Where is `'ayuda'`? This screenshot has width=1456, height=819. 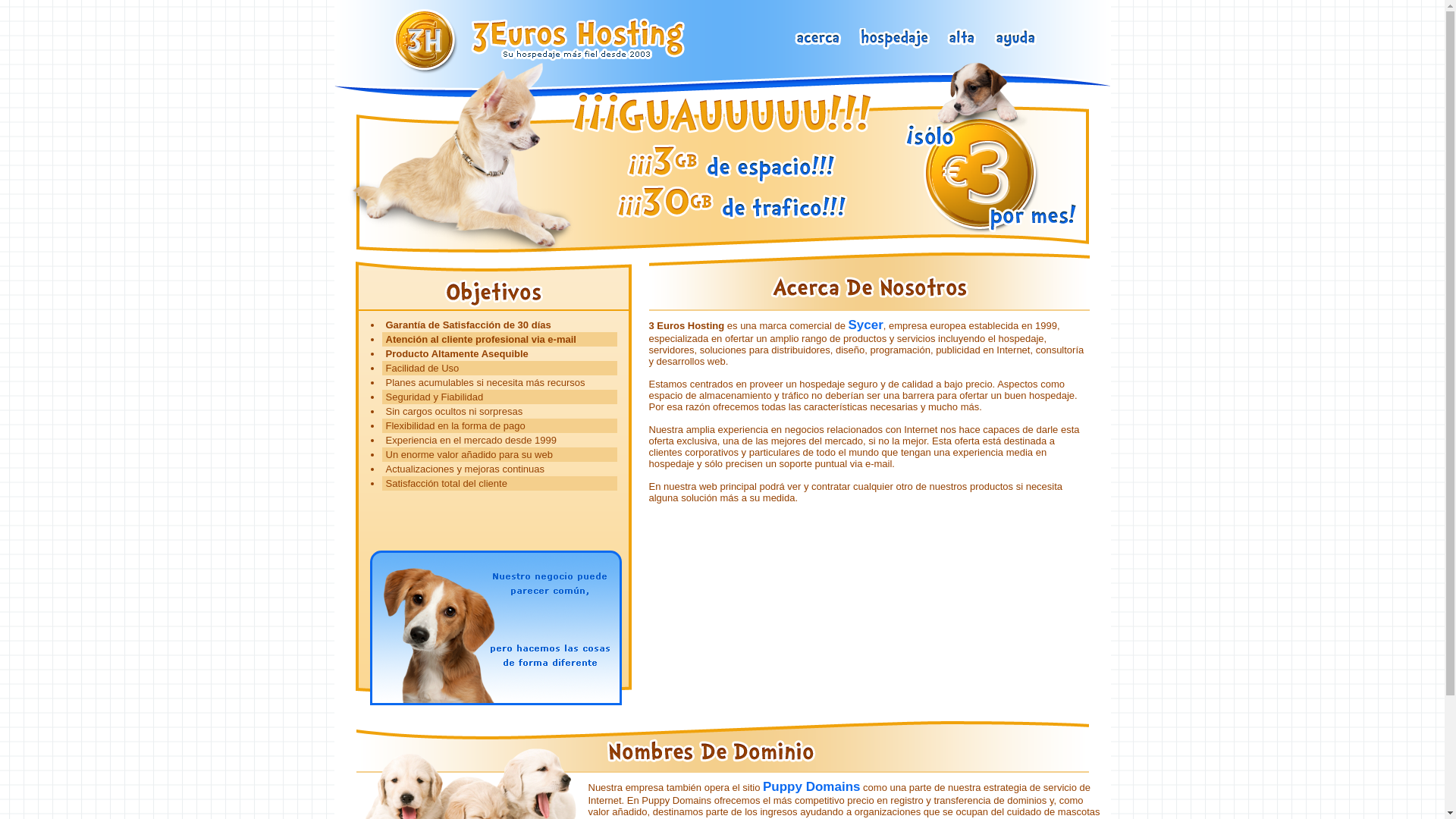
'ayuda' is located at coordinates (1015, 38).